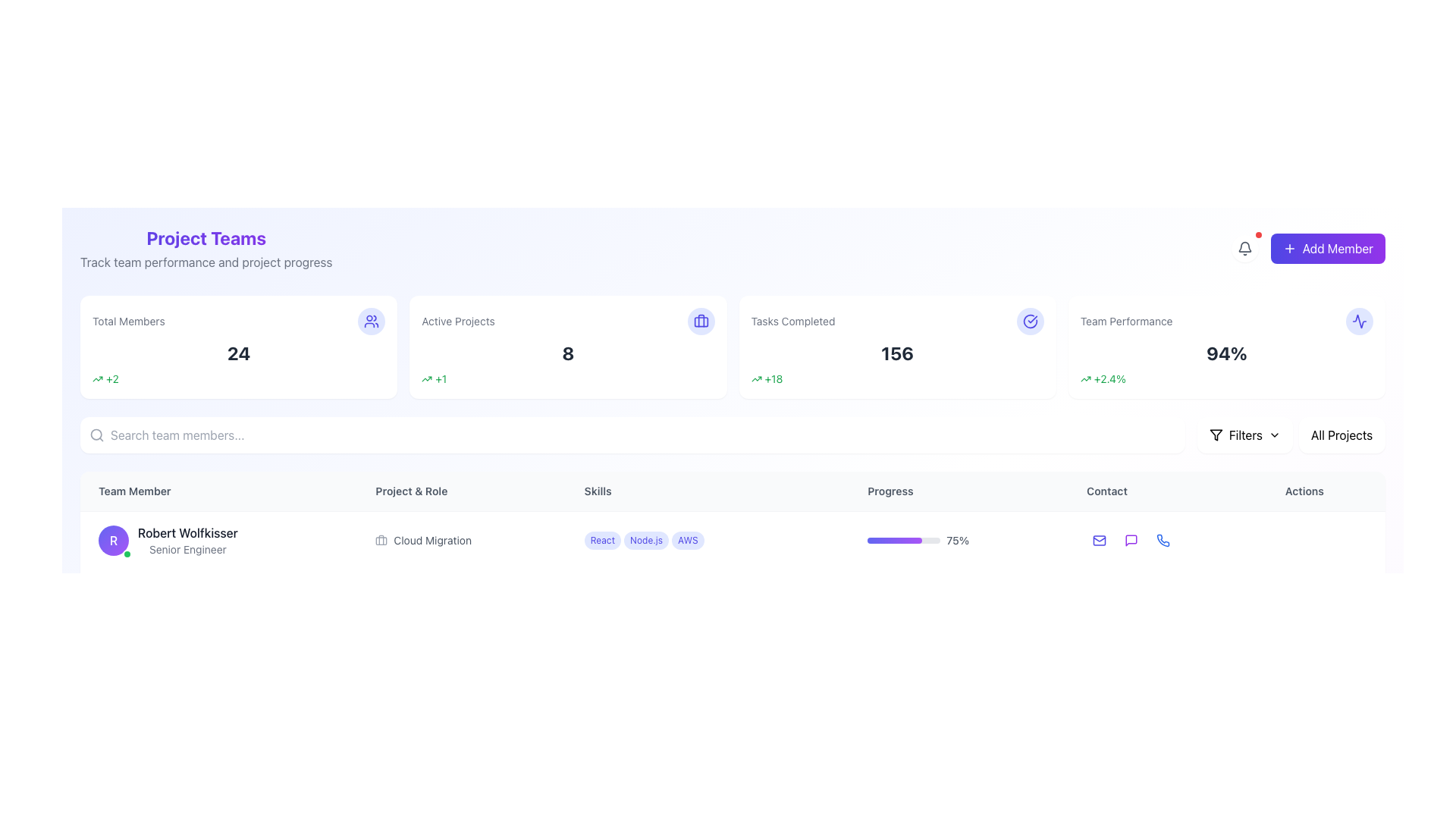 This screenshot has height=819, width=1456. What do you see at coordinates (756, 378) in the screenshot?
I see `the small upward trending arrow icon with a green outline located to the left of the text '+18' in the 'Tasks Completed' card area within the dashboard interface` at bounding box center [756, 378].